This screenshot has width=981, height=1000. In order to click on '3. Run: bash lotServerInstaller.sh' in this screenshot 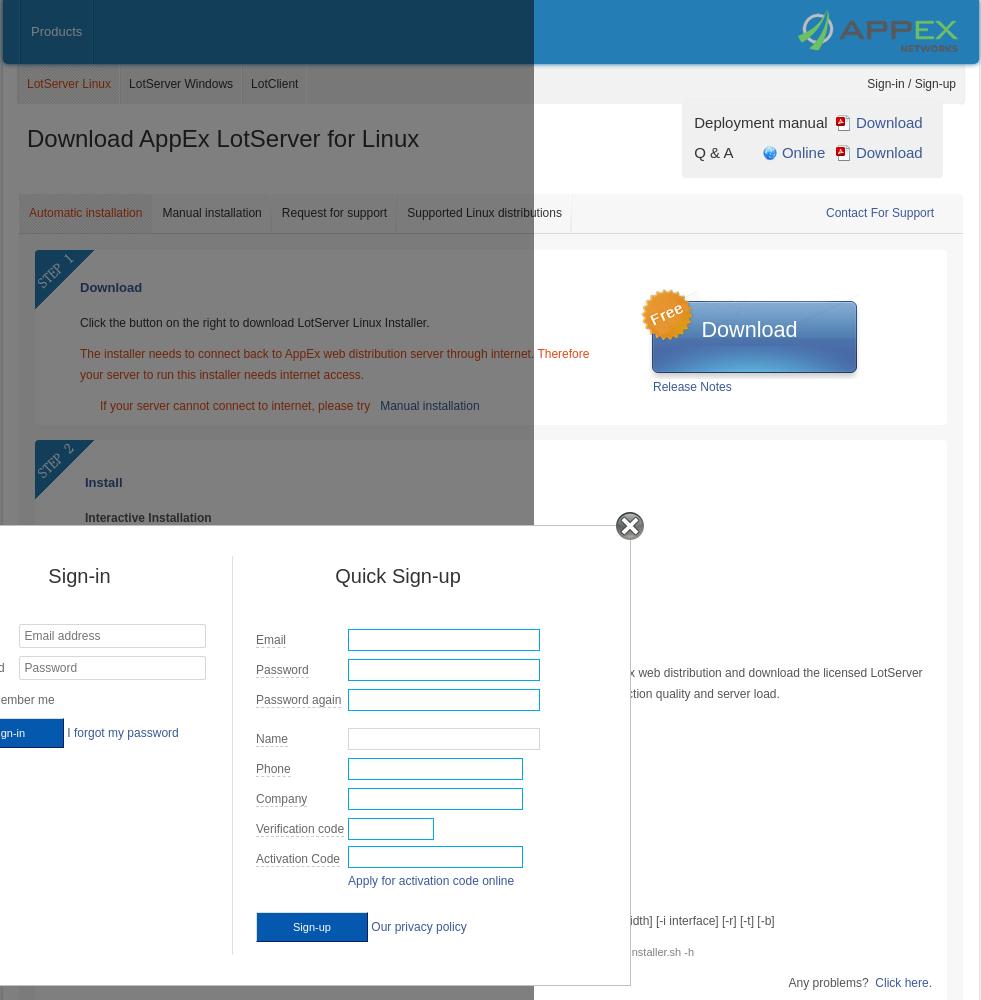, I will do `click(174, 610)`.